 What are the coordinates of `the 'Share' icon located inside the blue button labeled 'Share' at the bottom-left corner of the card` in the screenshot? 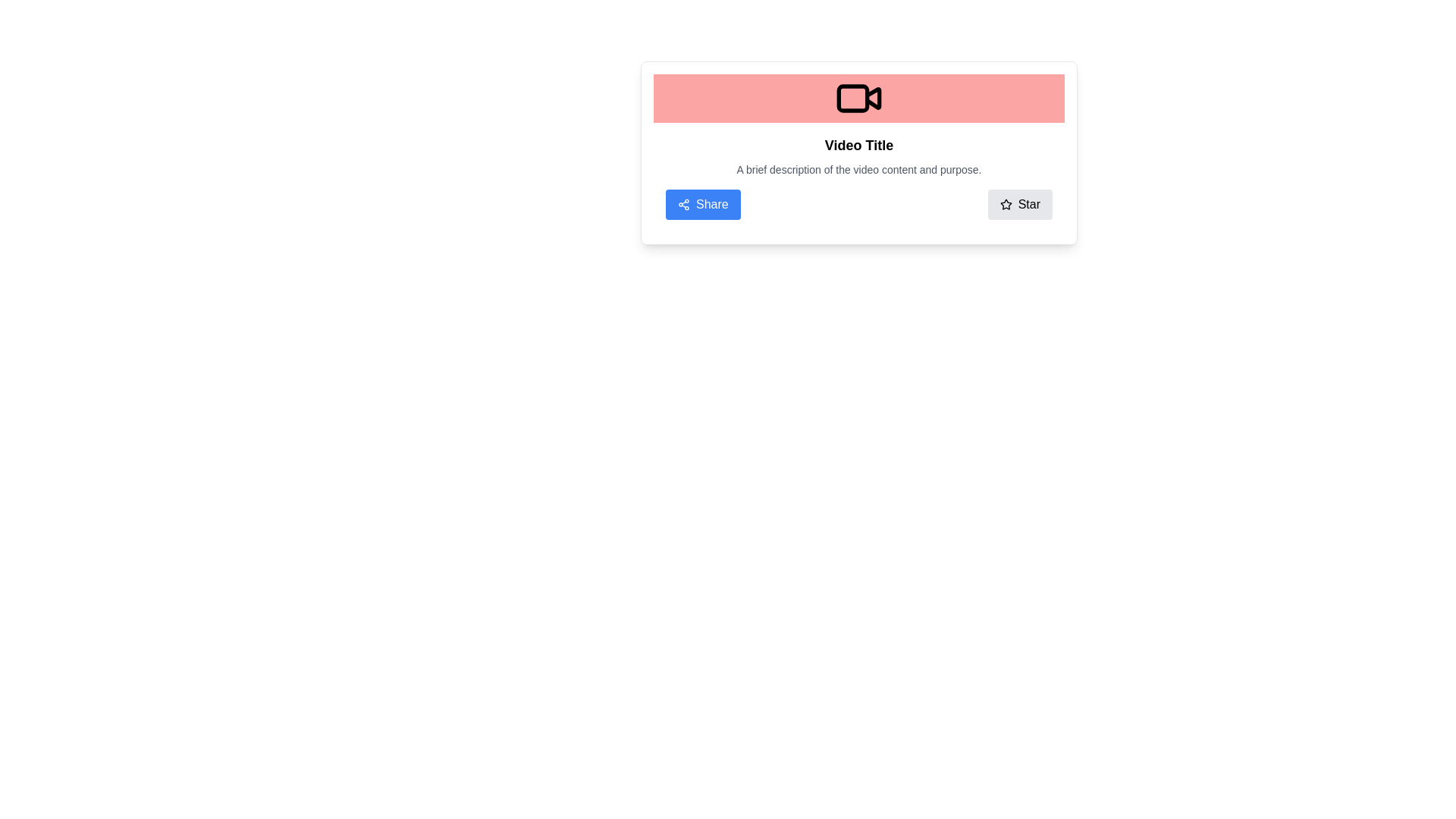 It's located at (683, 205).